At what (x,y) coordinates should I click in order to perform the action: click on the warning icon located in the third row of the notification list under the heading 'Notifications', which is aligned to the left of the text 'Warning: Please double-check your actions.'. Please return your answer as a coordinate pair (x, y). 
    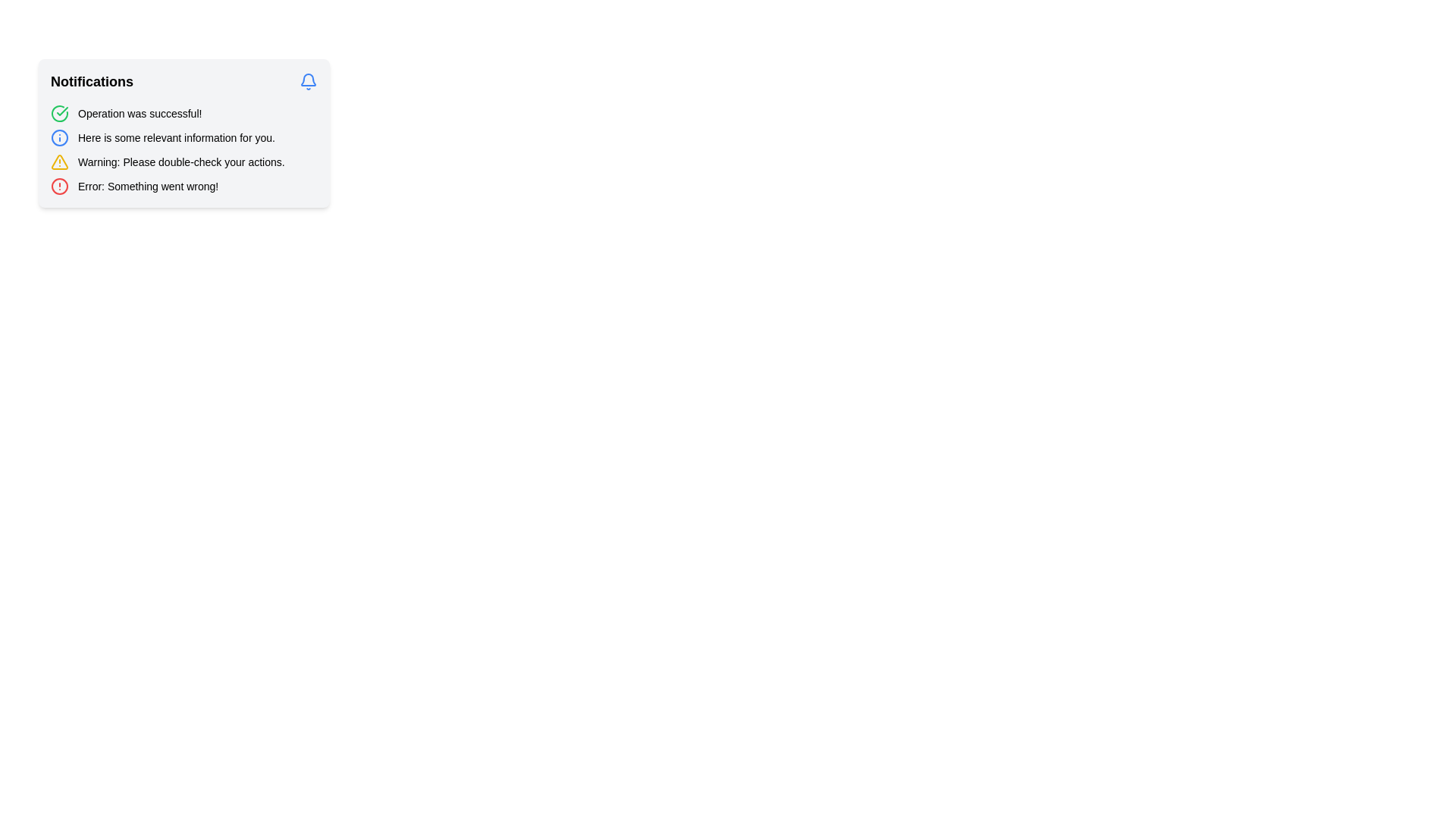
    Looking at the image, I should click on (59, 162).